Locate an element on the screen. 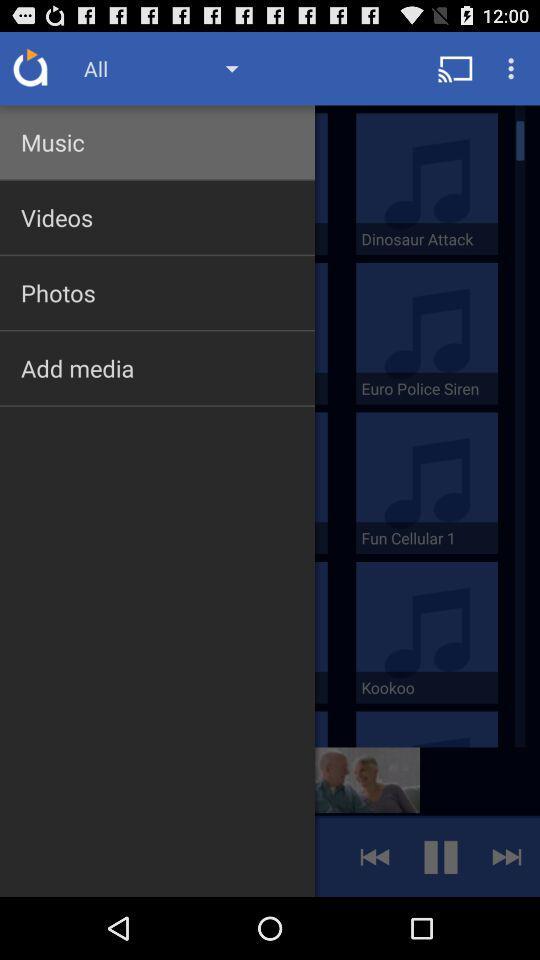 The width and height of the screenshot is (540, 960). the pause icon is located at coordinates (441, 917).